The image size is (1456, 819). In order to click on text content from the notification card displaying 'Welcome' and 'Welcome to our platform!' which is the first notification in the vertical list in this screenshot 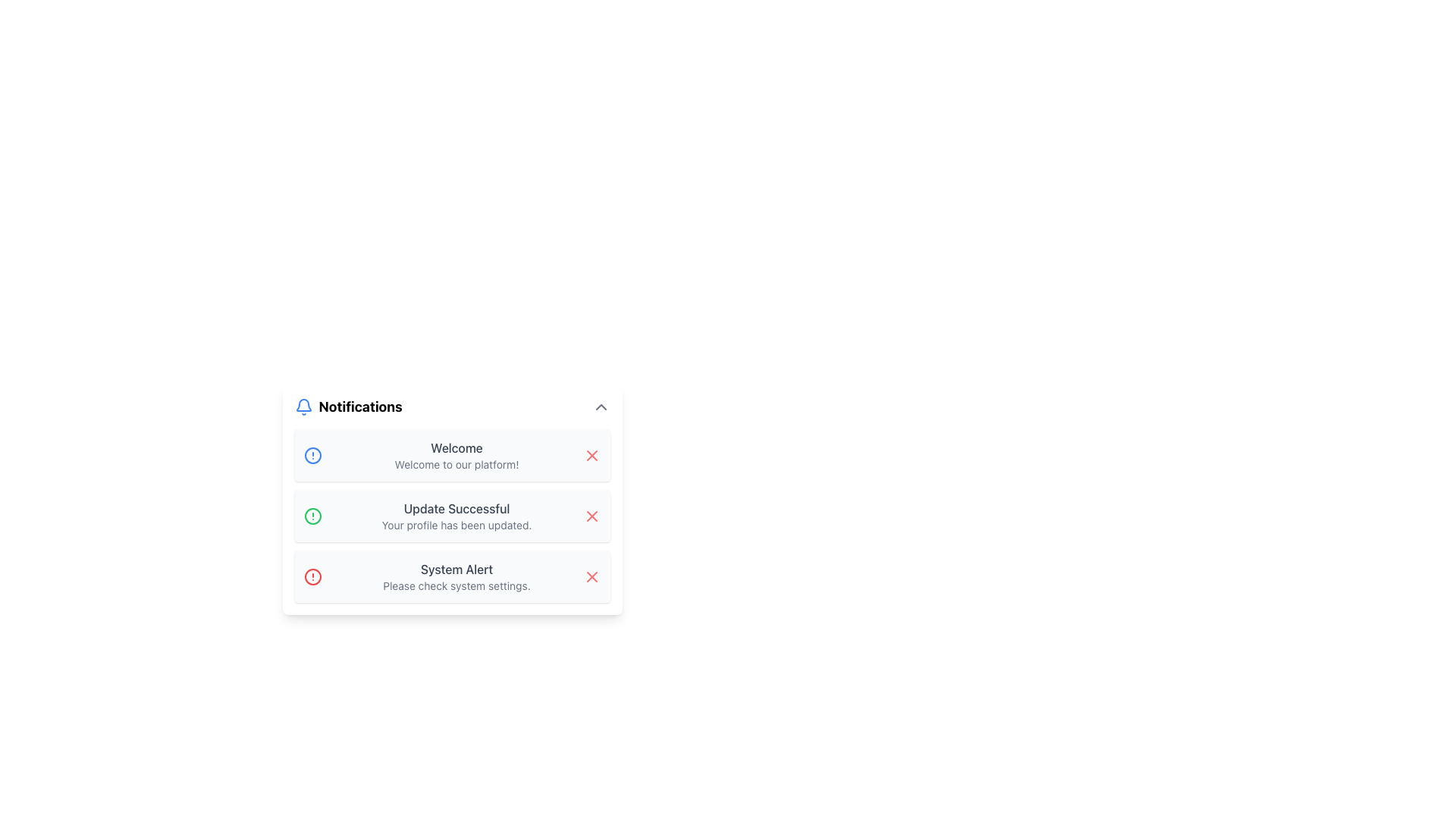, I will do `click(456, 455)`.